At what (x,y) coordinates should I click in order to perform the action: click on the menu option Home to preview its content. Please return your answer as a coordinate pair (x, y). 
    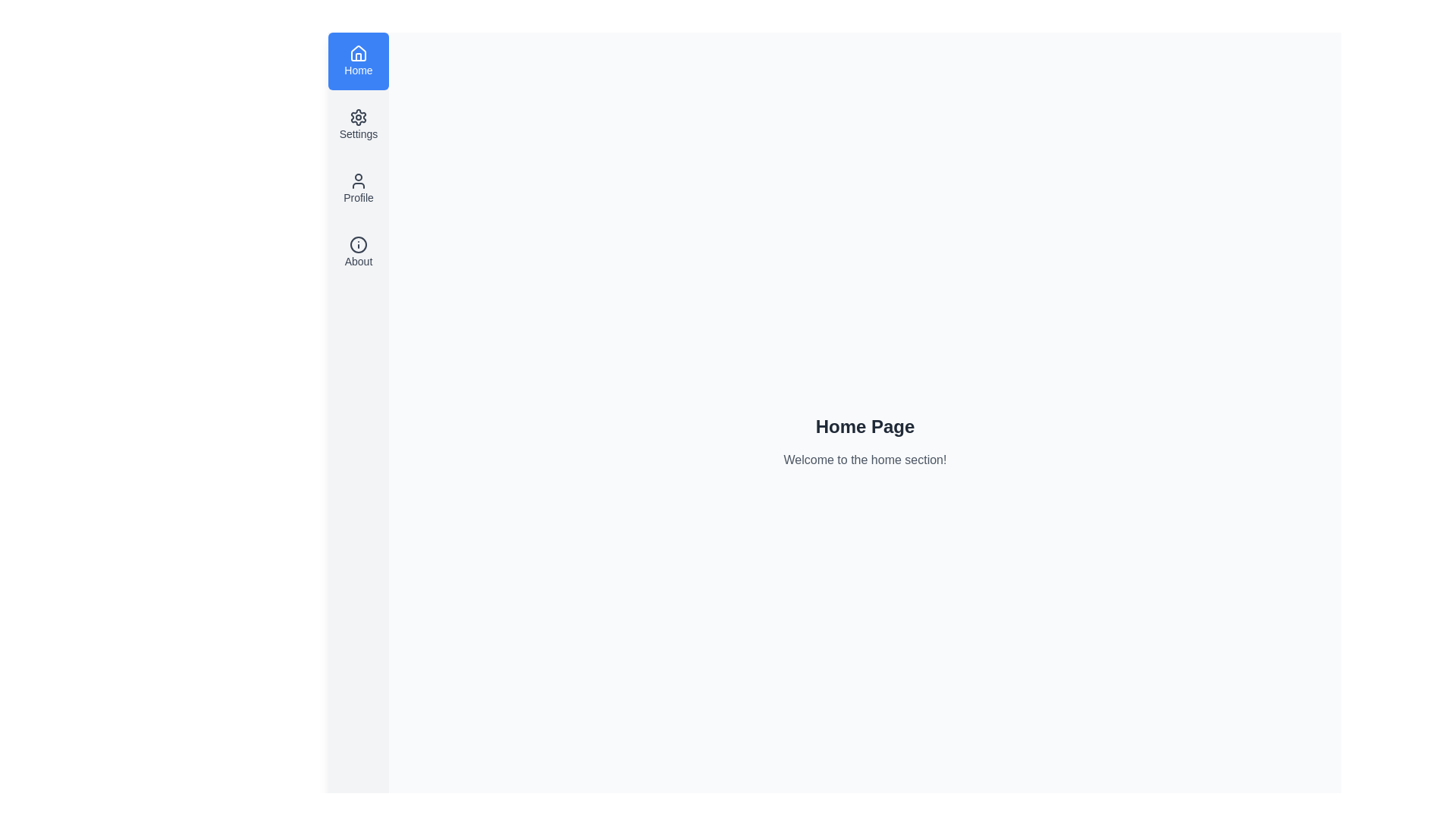
    Looking at the image, I should click on (358, 61).